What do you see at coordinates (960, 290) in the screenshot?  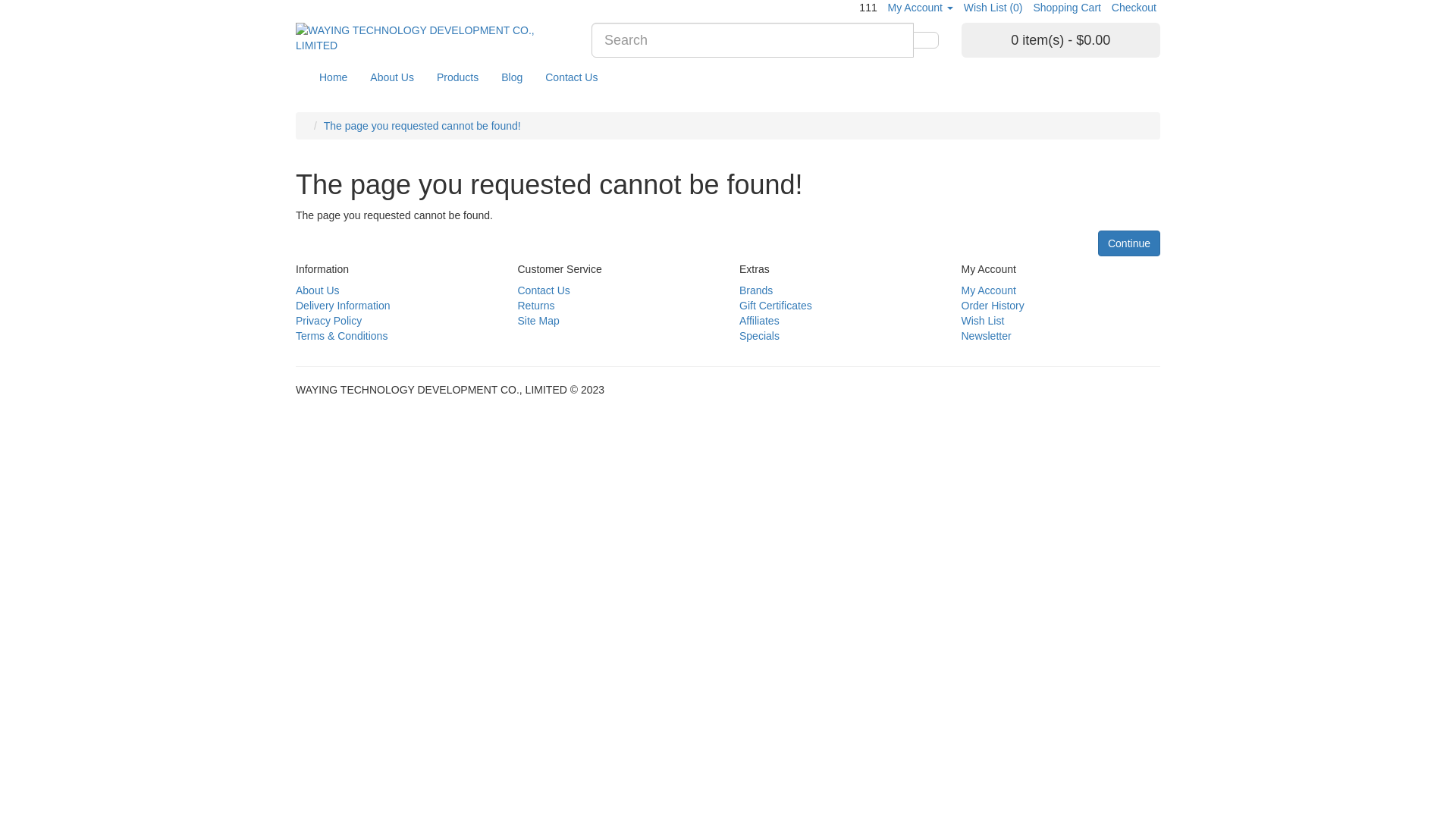 I see `'My Account'` at bounding box center [960, 290].